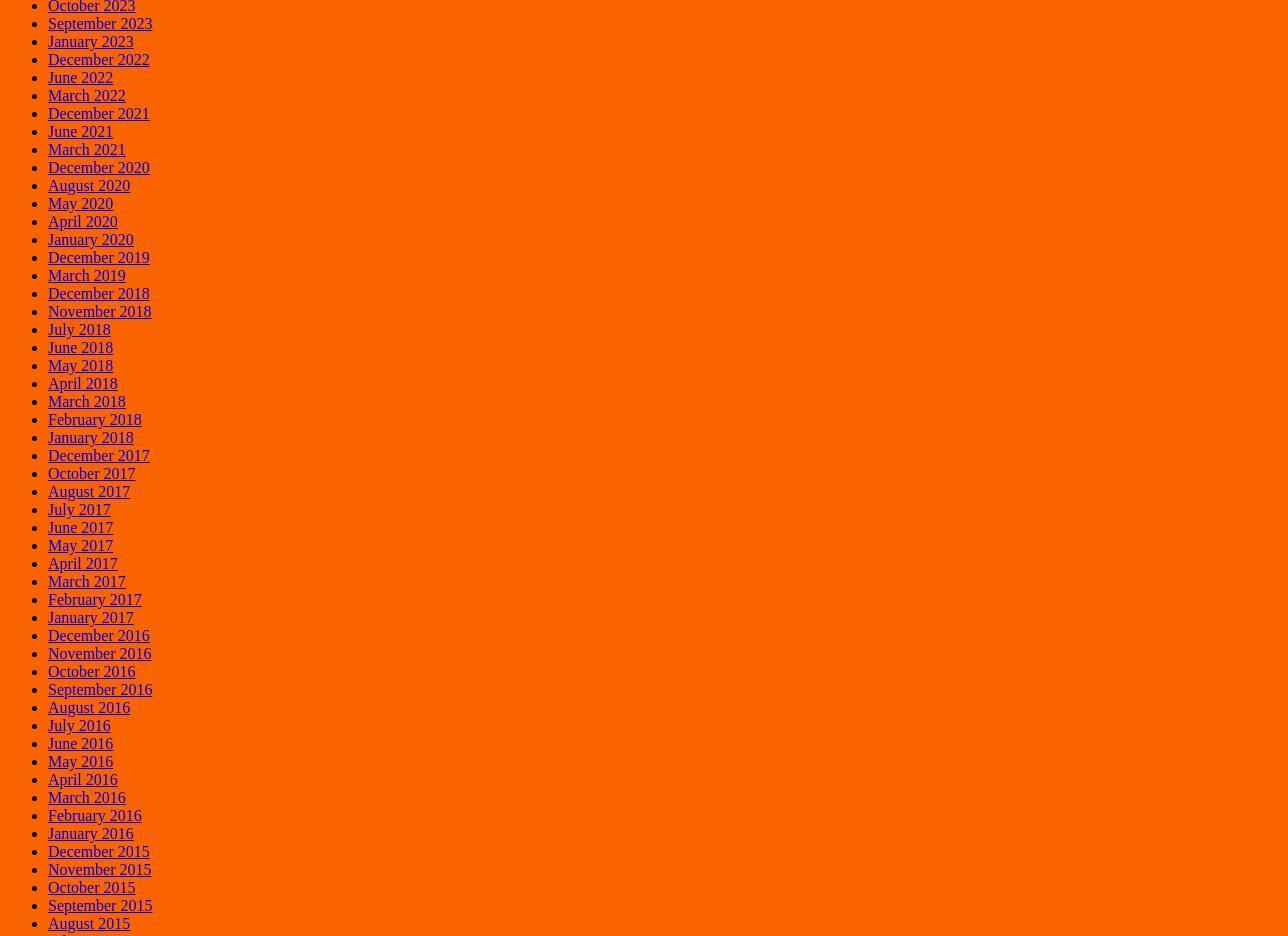 This screenshot has height=936, width=1288. Describe the element at coordinates (89, 832) in the screenshot. I see `'January 2016'` at that location.